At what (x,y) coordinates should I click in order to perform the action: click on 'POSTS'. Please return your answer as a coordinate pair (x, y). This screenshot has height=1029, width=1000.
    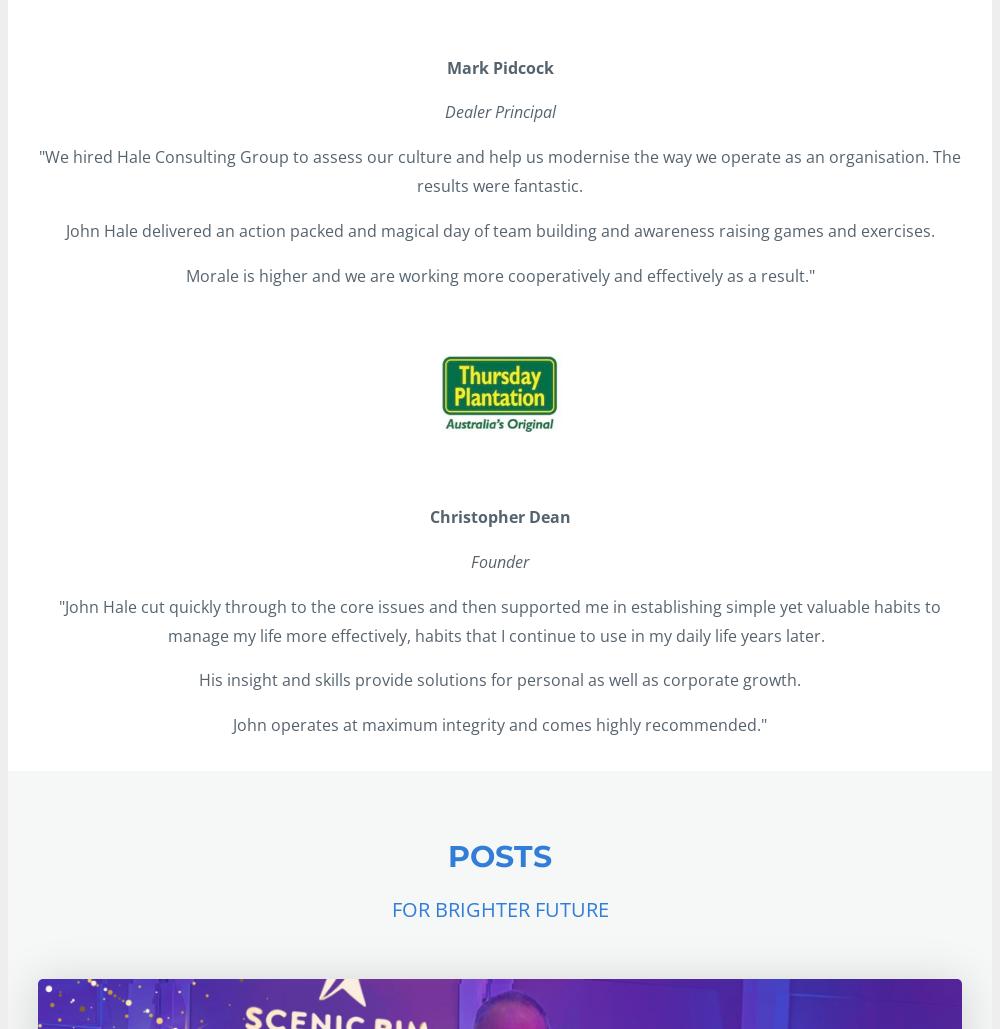
    Looking at the image, I should click on (500, 854).